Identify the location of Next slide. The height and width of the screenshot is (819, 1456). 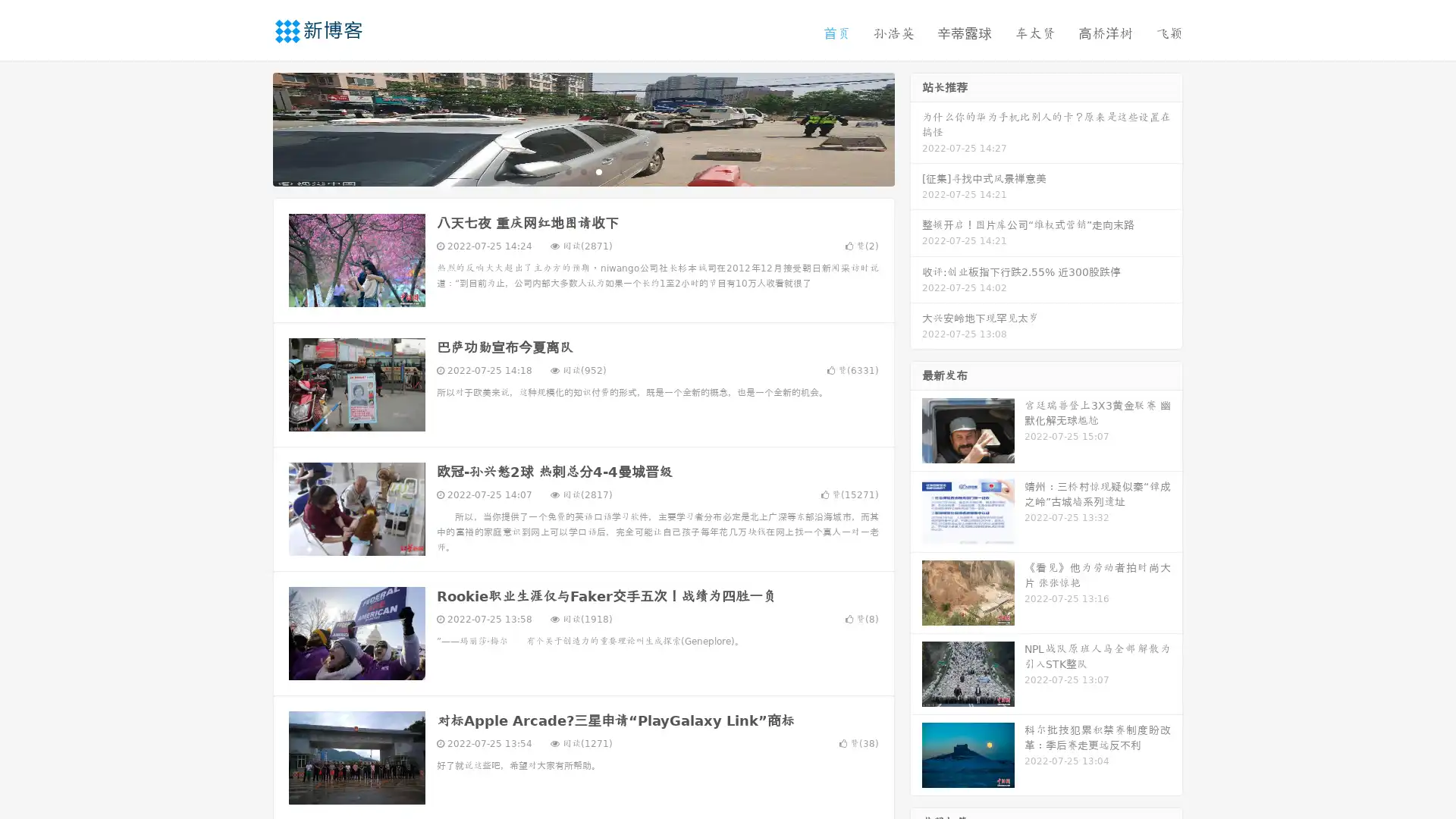
(916, 127).